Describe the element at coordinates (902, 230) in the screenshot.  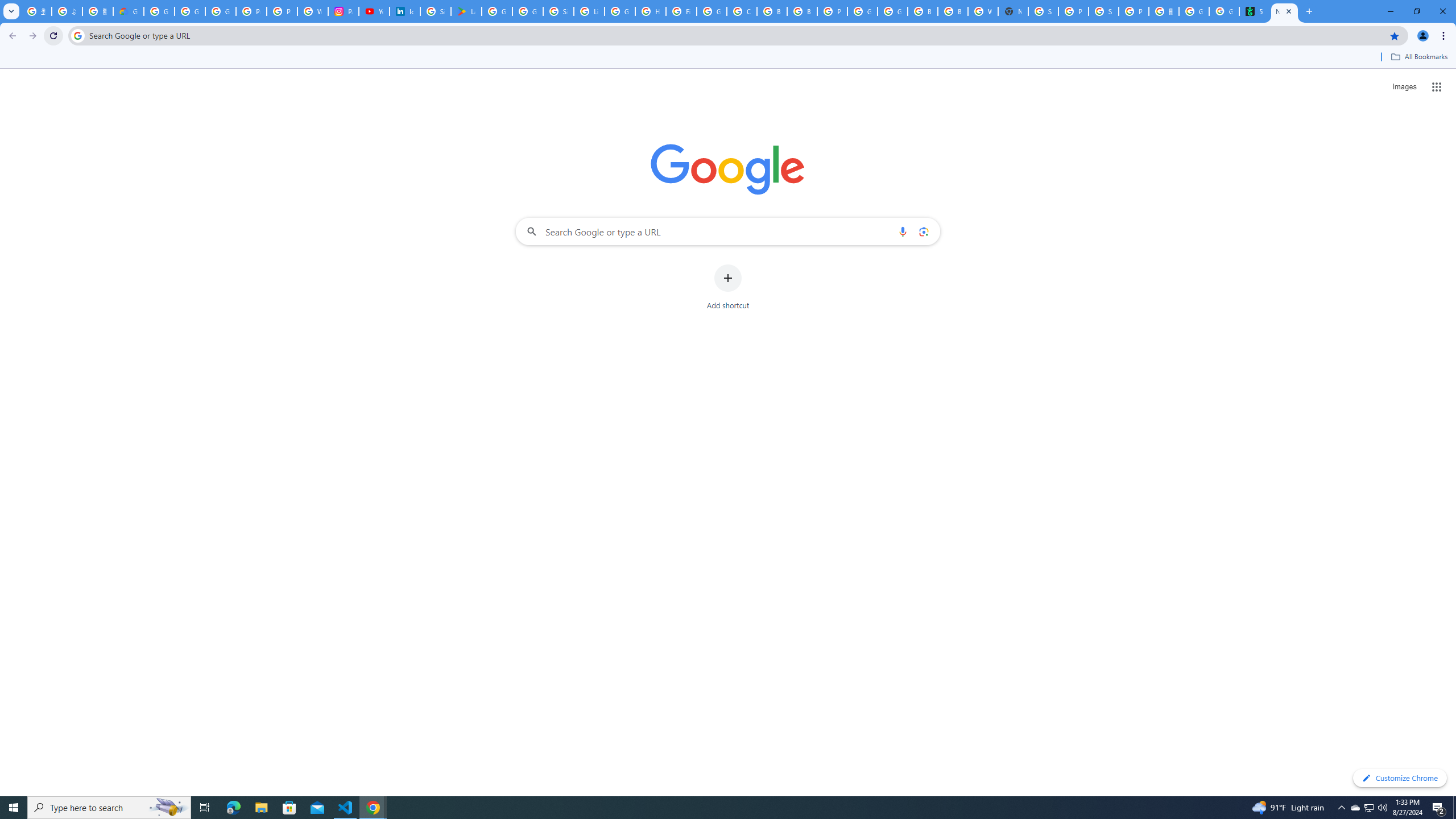
I see `'Search by voice'` at that location.